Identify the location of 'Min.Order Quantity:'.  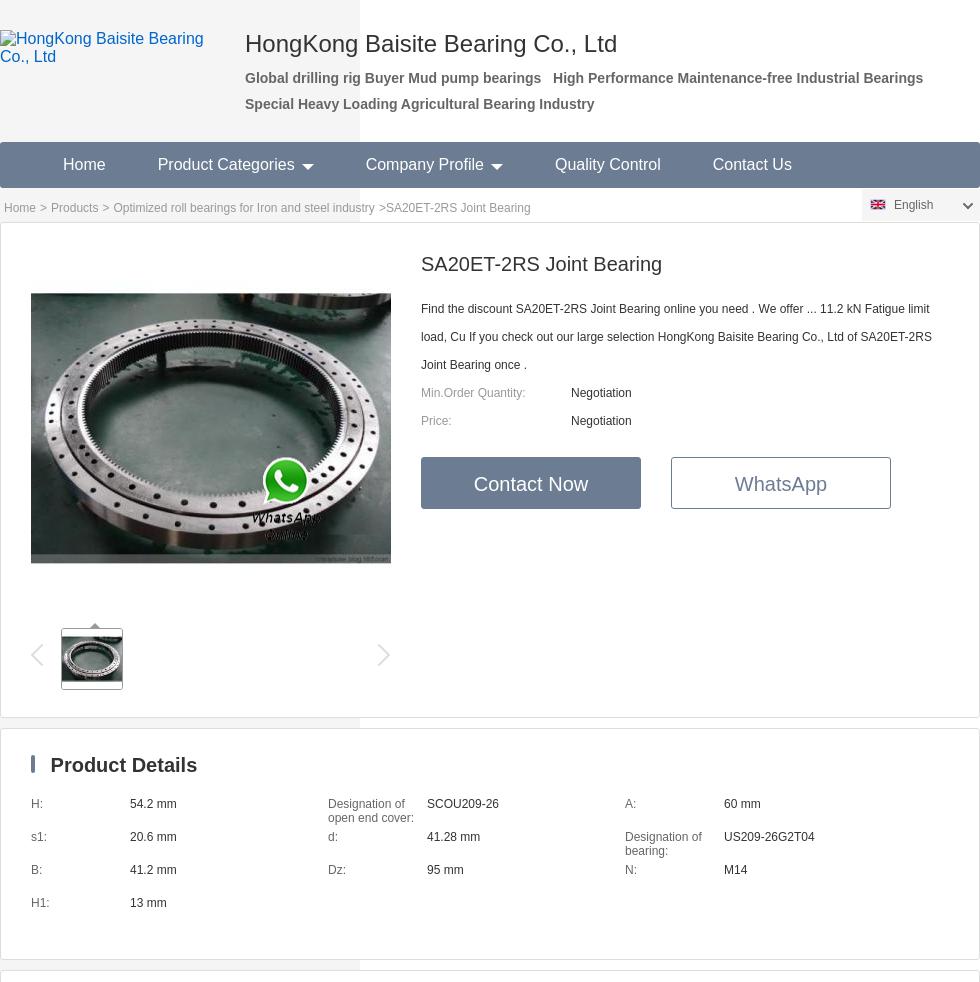
(473, 392).